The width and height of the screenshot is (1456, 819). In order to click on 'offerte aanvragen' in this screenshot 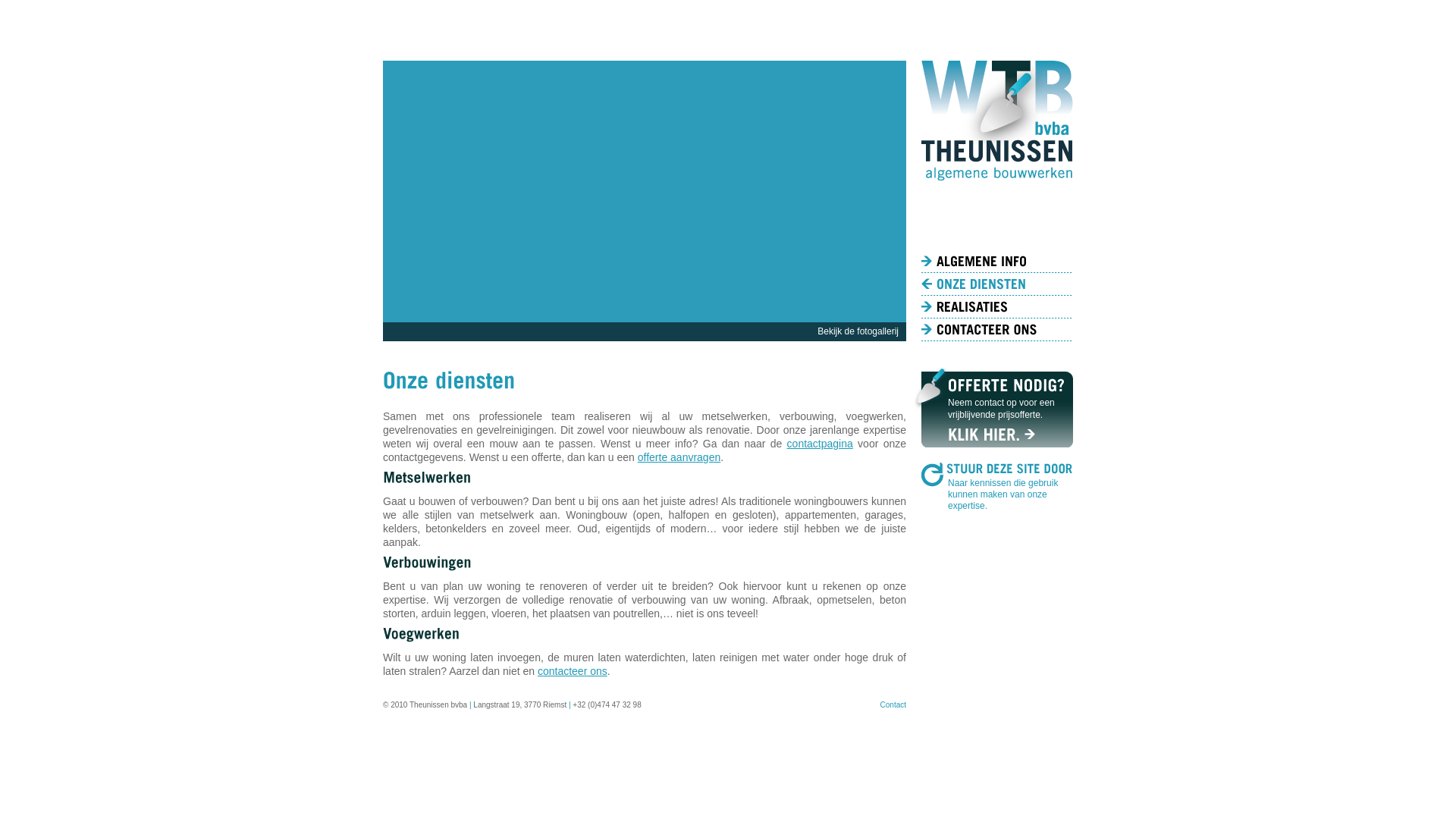, I will do `click(679, 456)`.